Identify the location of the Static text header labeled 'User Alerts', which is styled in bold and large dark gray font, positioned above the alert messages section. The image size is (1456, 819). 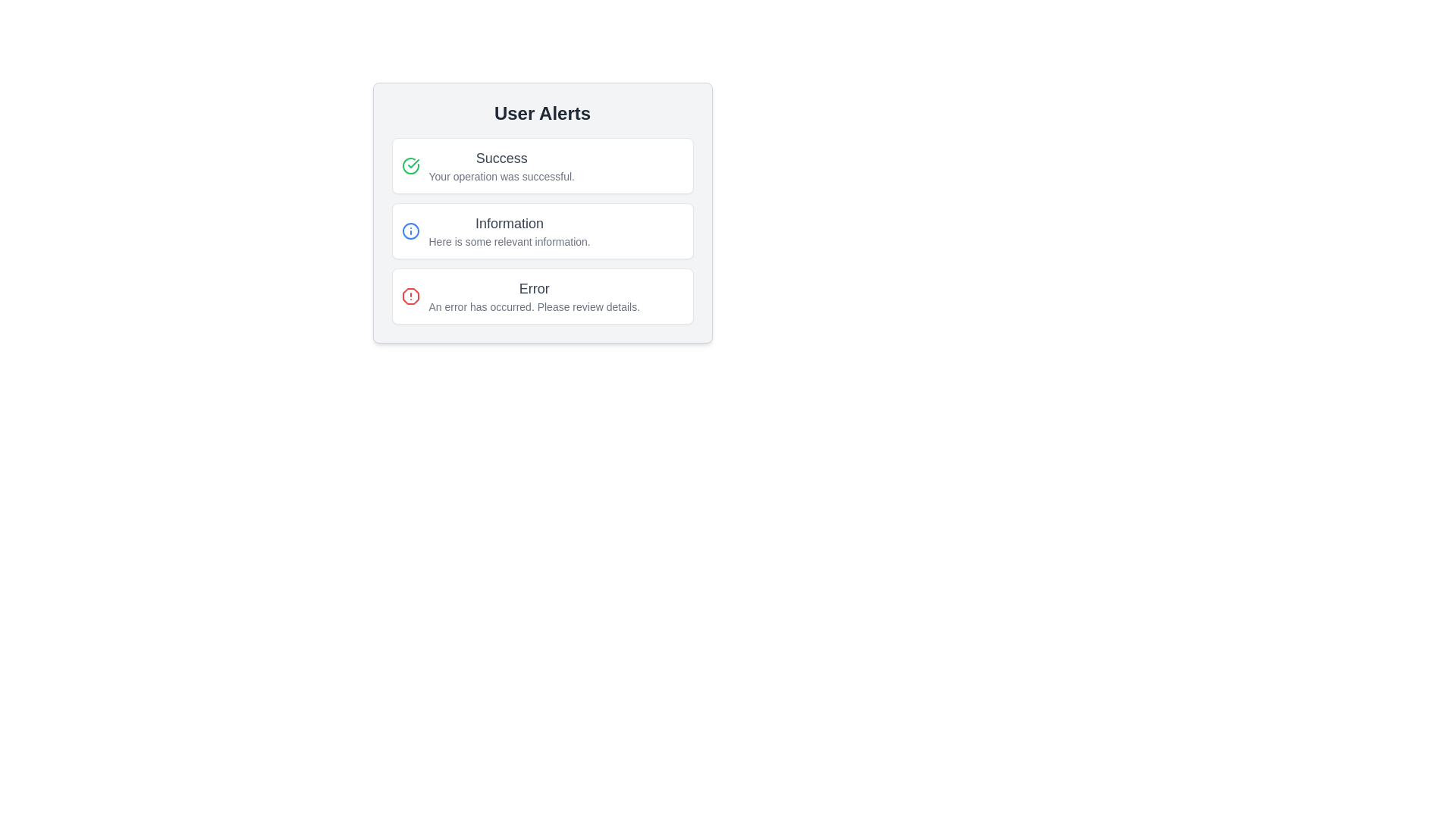
(542, 113).